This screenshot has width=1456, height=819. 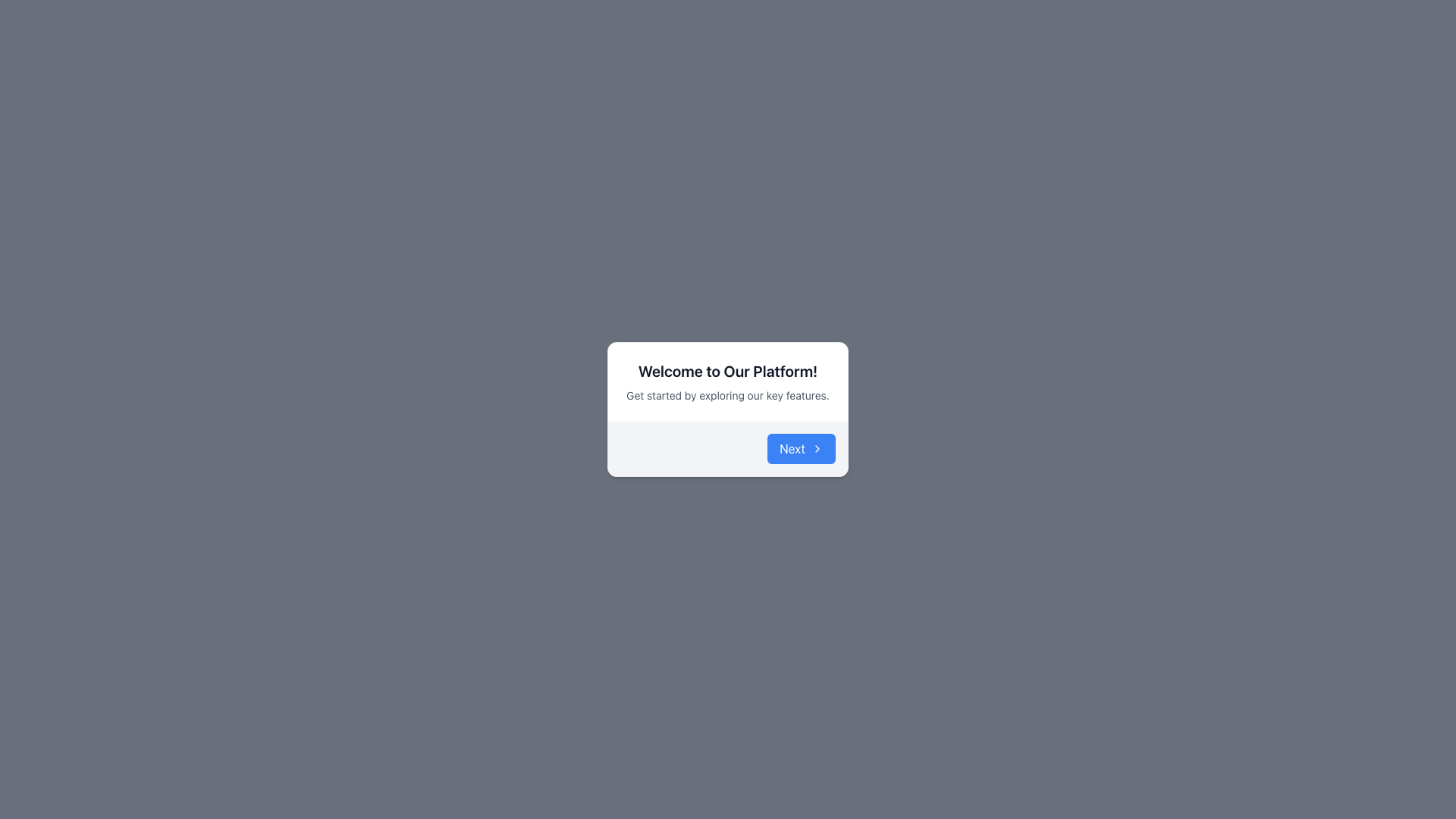 What do you see at coordinates (728, 371) in the screenshot?
I see `the heading text located at the top of the modal dialog box, which introduces the content and is centrally aligned` at bounding box center [728, 371].